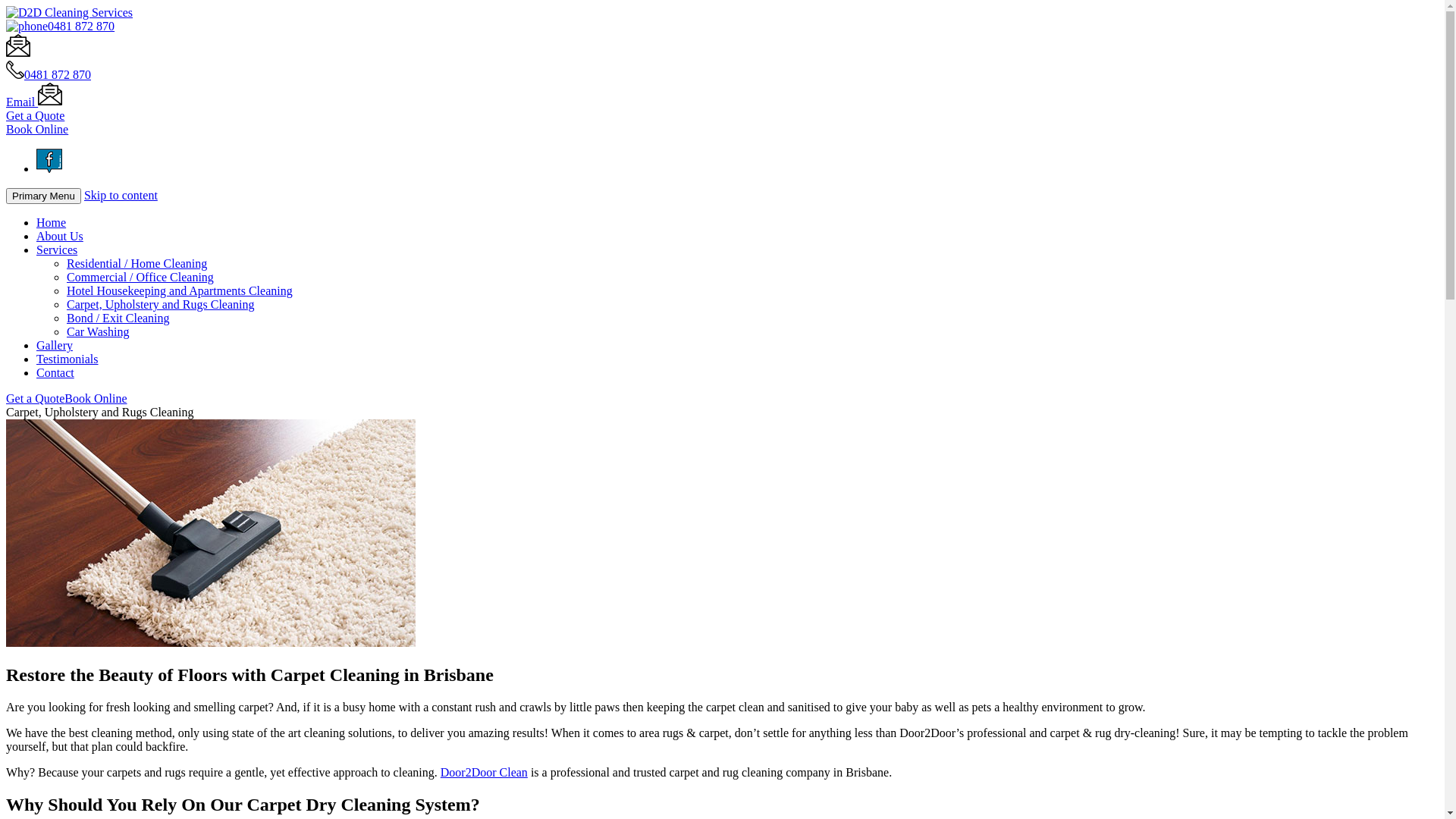 Image resolution: width=1456 pixels, height=819 pixels. Describe the element at coordinates (65, 262) in the screenshot. I see `'Residential / Home Cleaning'` at that location.